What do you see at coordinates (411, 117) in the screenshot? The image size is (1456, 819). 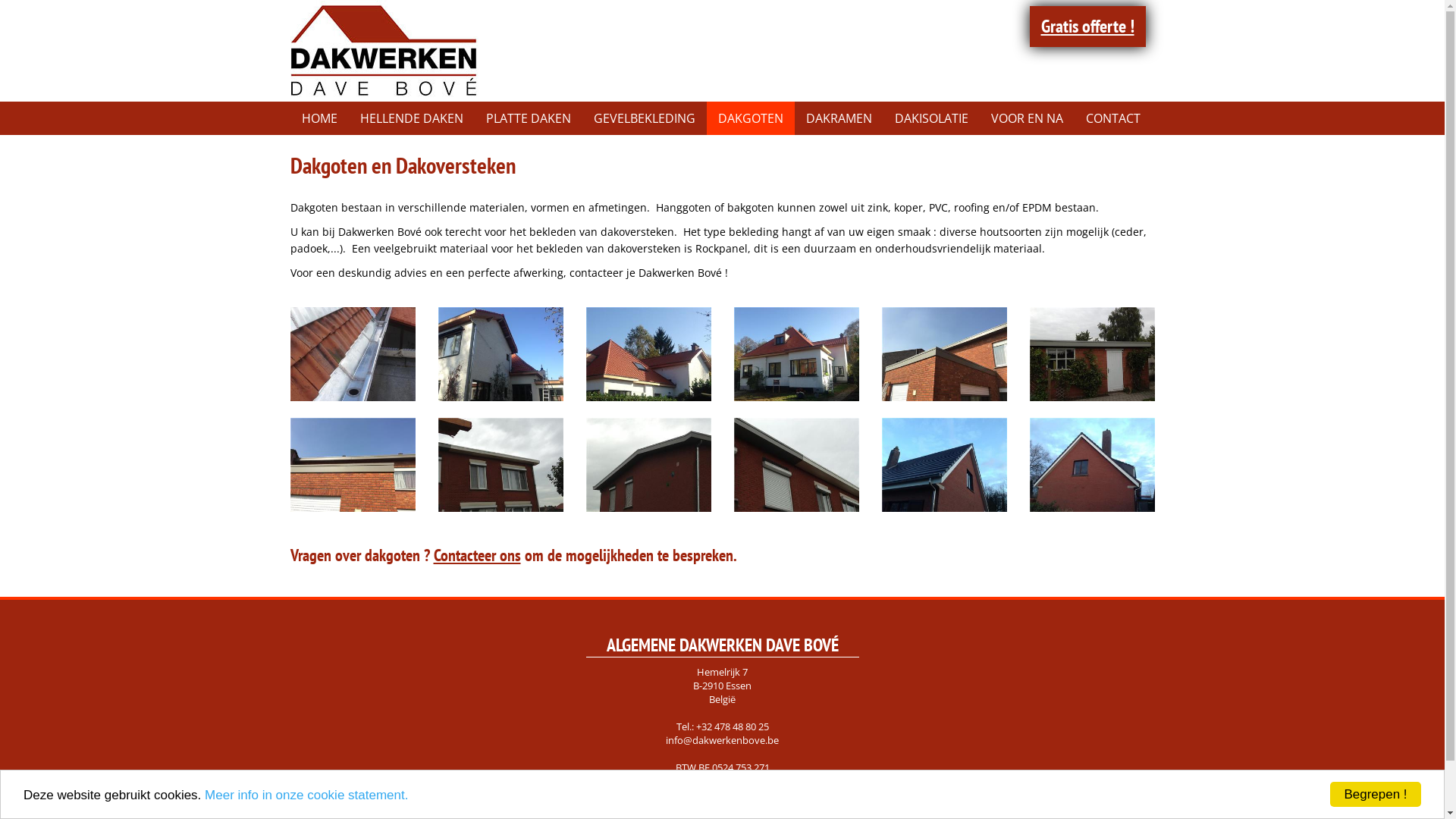 I see `'HELLENDE DAKEN'` at bounding box center [411, 117].